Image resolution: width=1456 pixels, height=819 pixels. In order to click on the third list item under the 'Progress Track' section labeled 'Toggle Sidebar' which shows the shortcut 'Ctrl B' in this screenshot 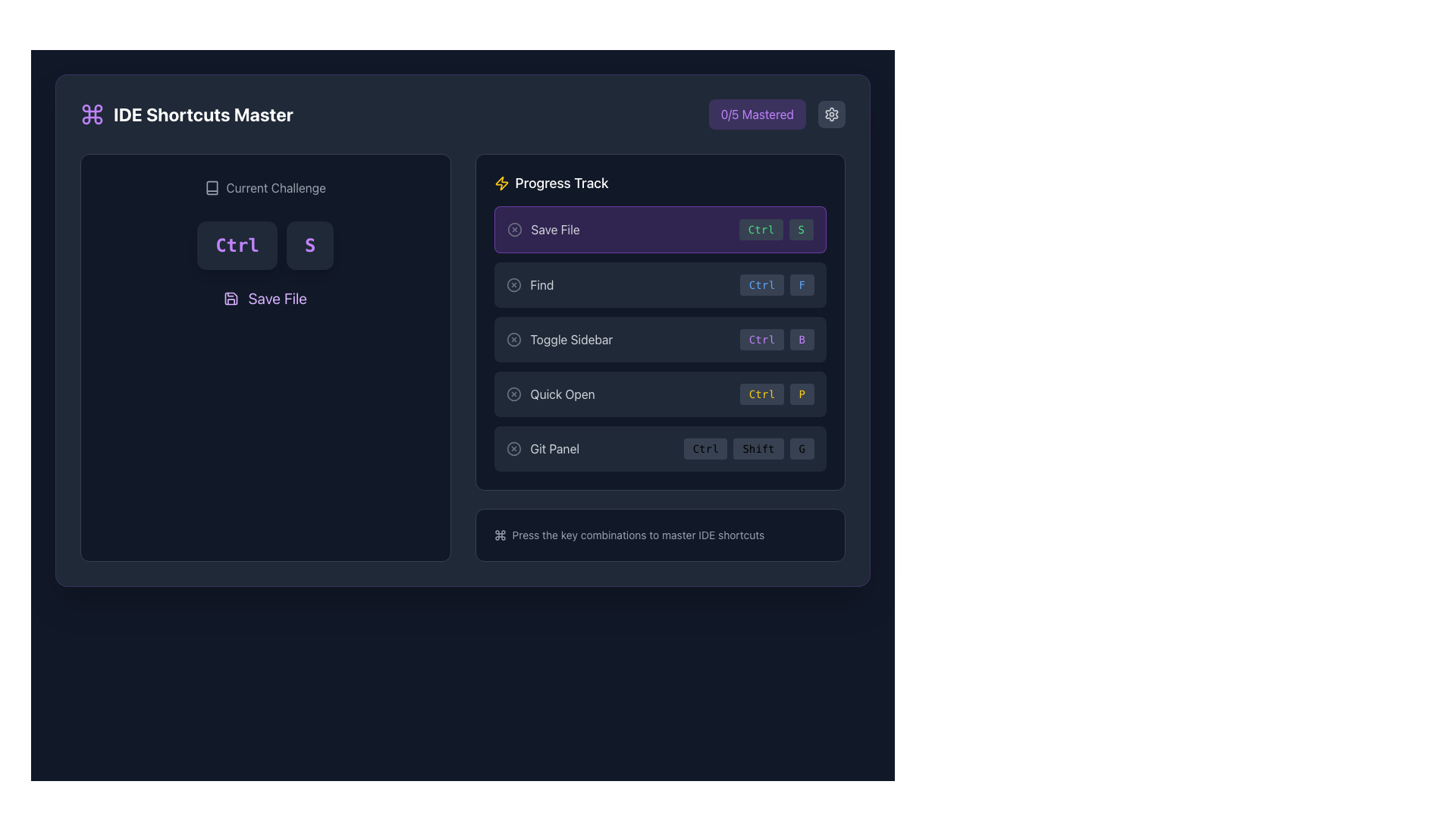, I will do `click(660, 321)`.